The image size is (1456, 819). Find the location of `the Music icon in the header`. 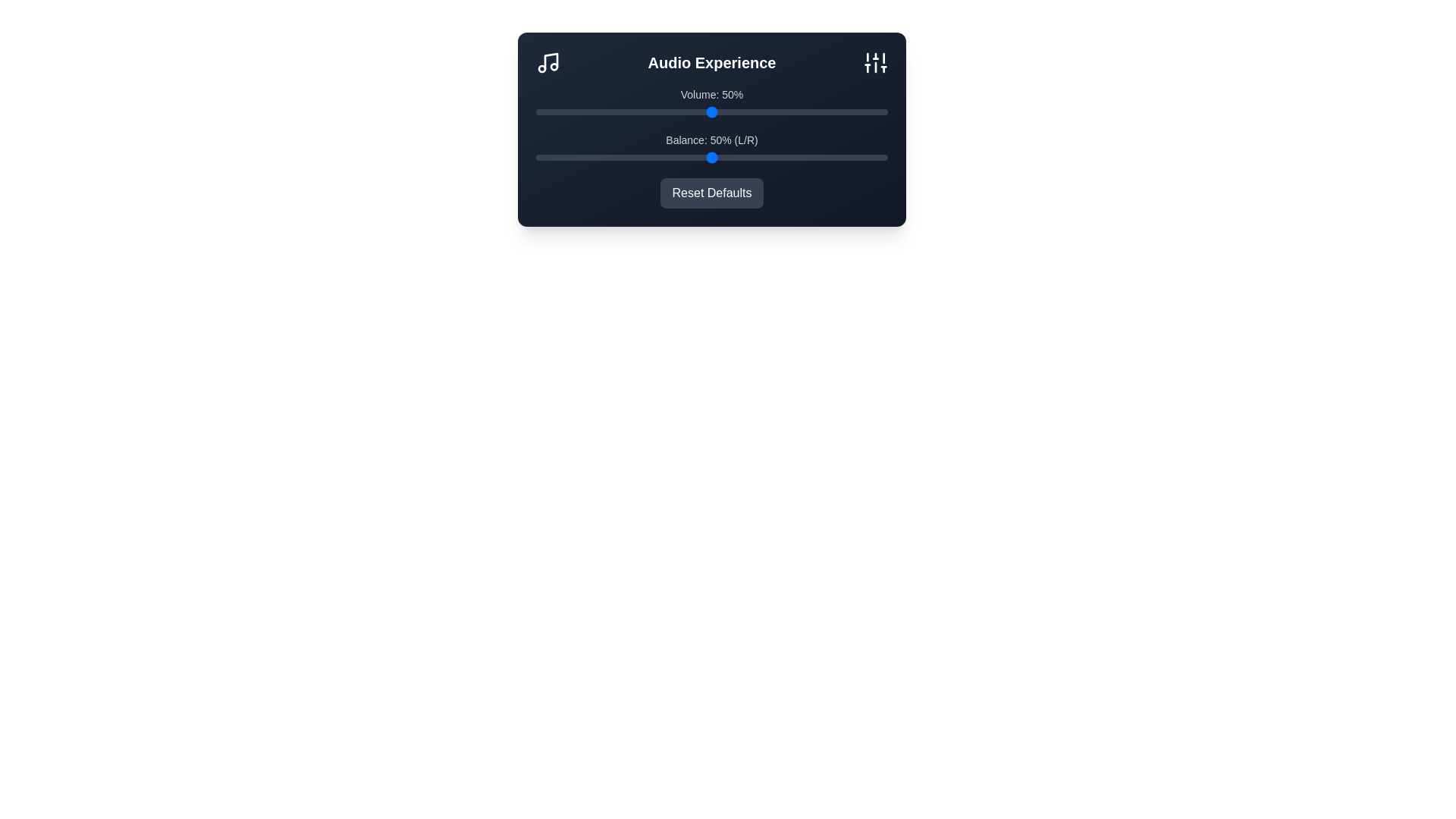

the Music icon in the header is located at coordinates (548, 62).